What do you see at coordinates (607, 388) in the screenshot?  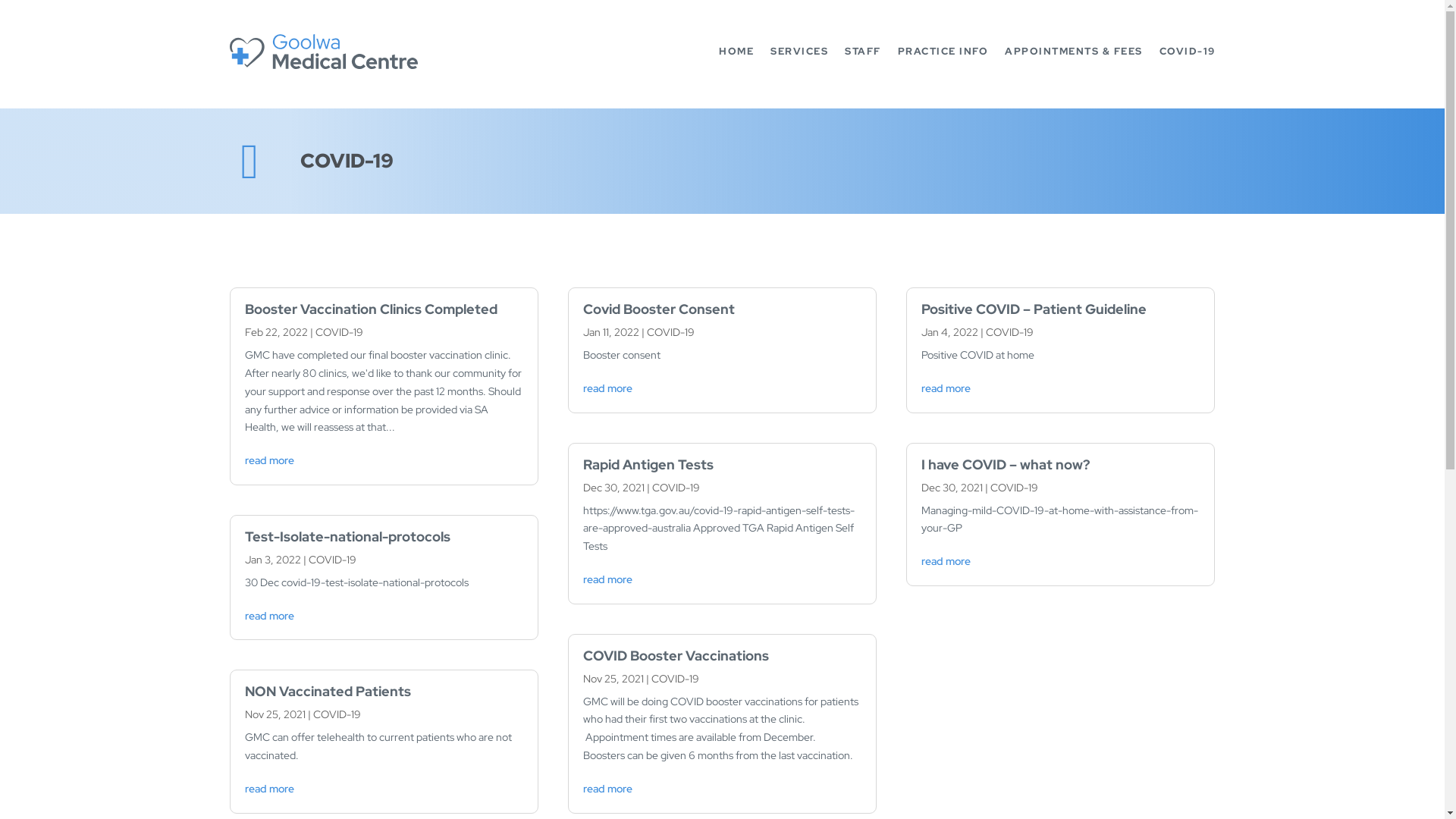 I see `'read more'` at bounding box center [607, 388].